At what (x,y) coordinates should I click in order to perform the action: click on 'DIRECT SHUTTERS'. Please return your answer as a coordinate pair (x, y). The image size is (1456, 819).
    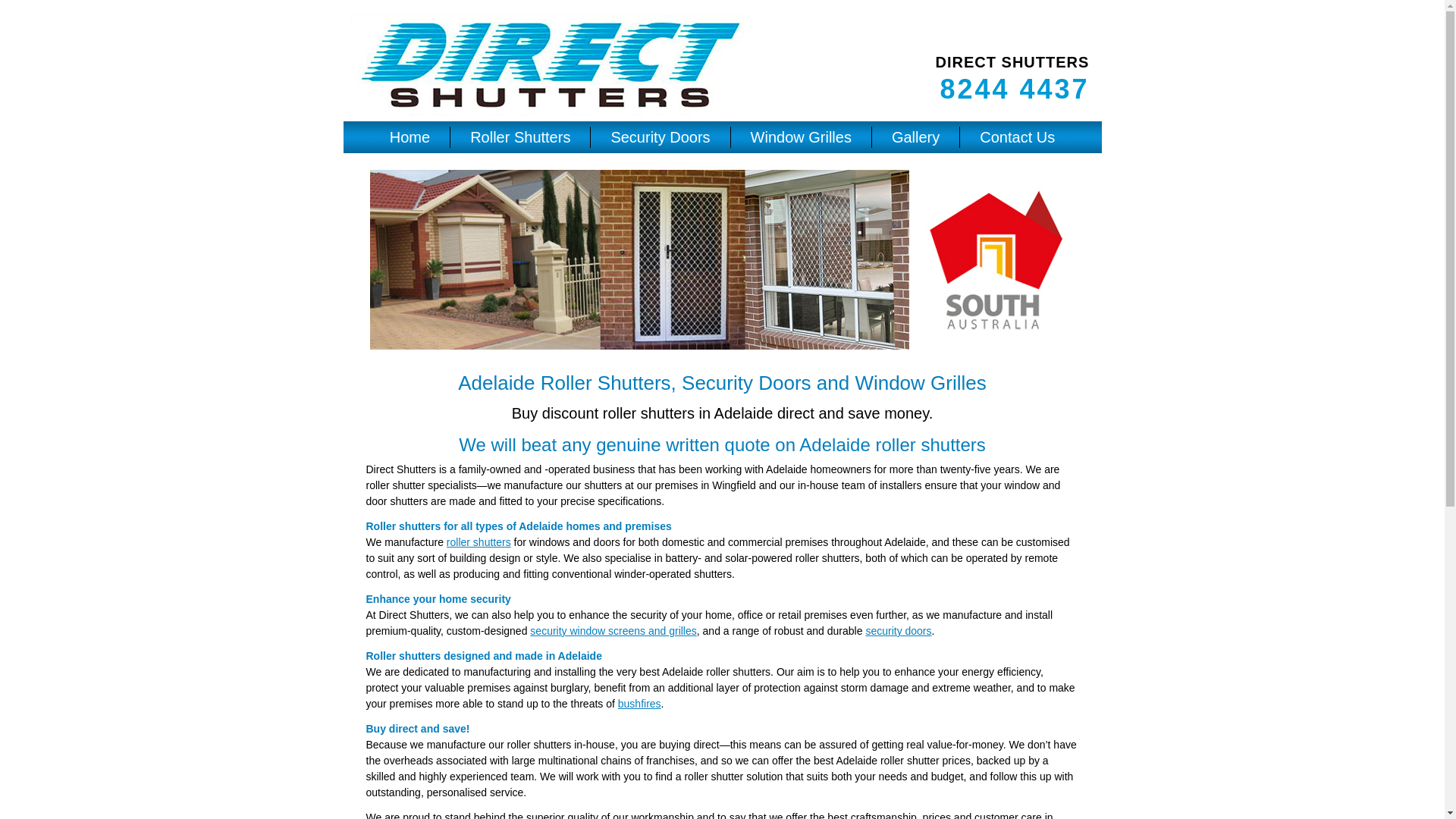
    Looking at the image, I should click on (1012, 61).